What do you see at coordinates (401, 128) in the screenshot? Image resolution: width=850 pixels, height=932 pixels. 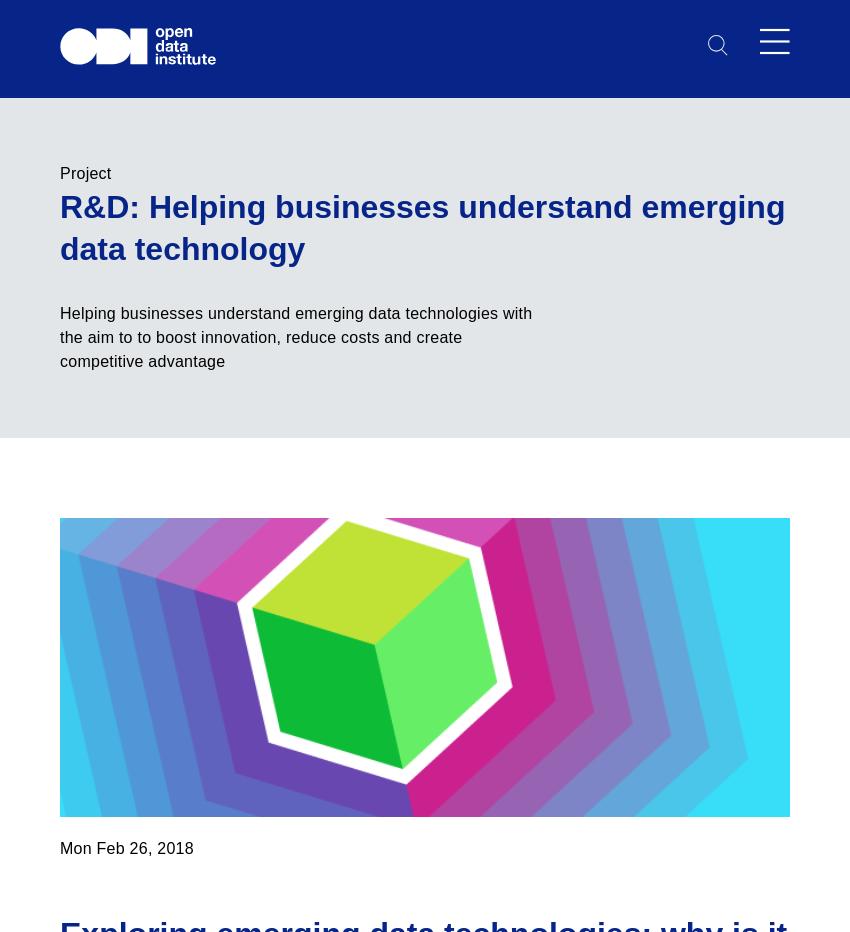 I see `'How can smart contracts be useful for businesses?'` at bounding box center [401, 128].